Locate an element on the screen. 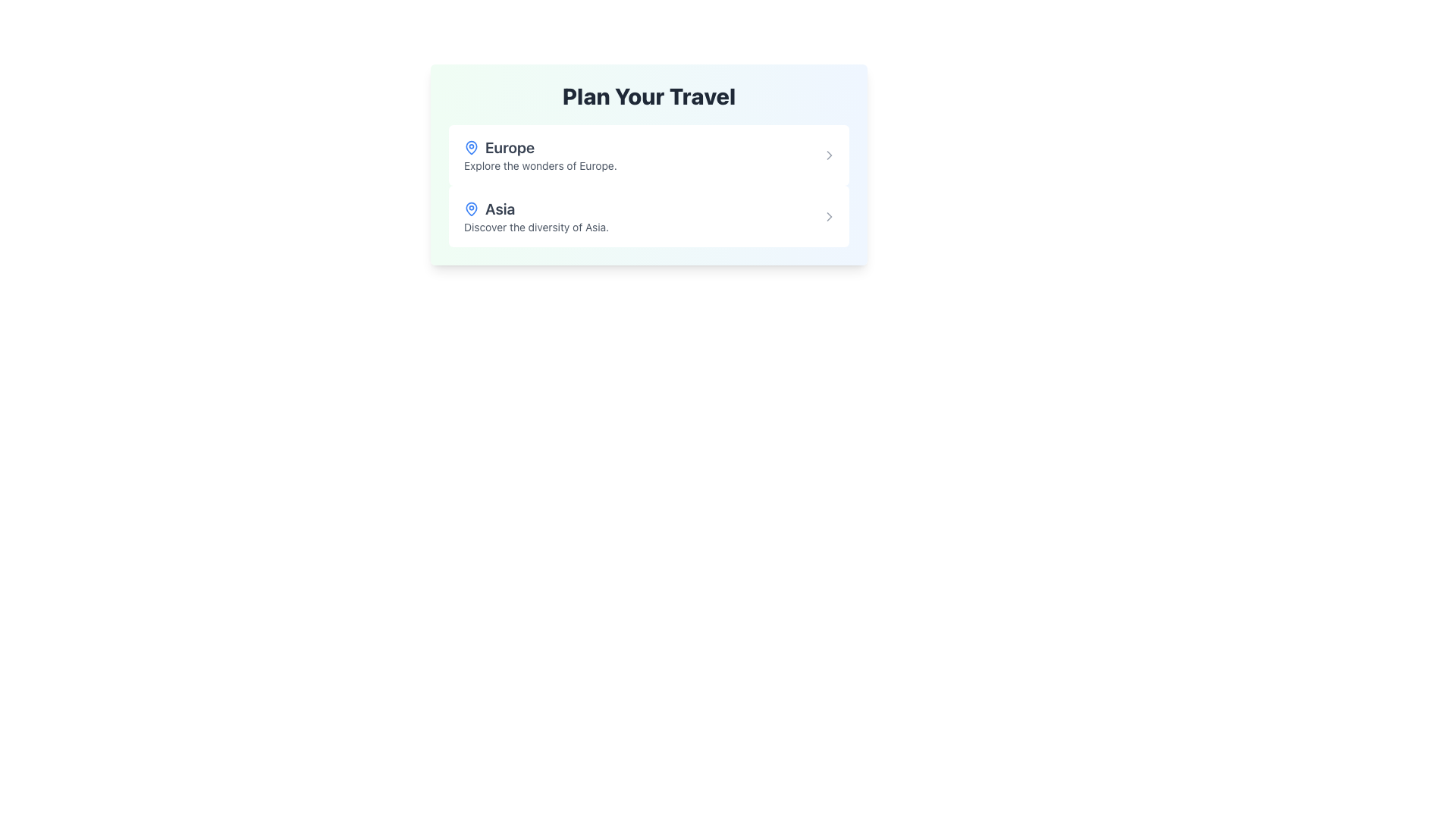 This screenshot has height=819, width=1456. the chevron icon located at the far right of the 'Europe' section in the 'Plan Your Travel' interface is located at coordinates (829, 155).